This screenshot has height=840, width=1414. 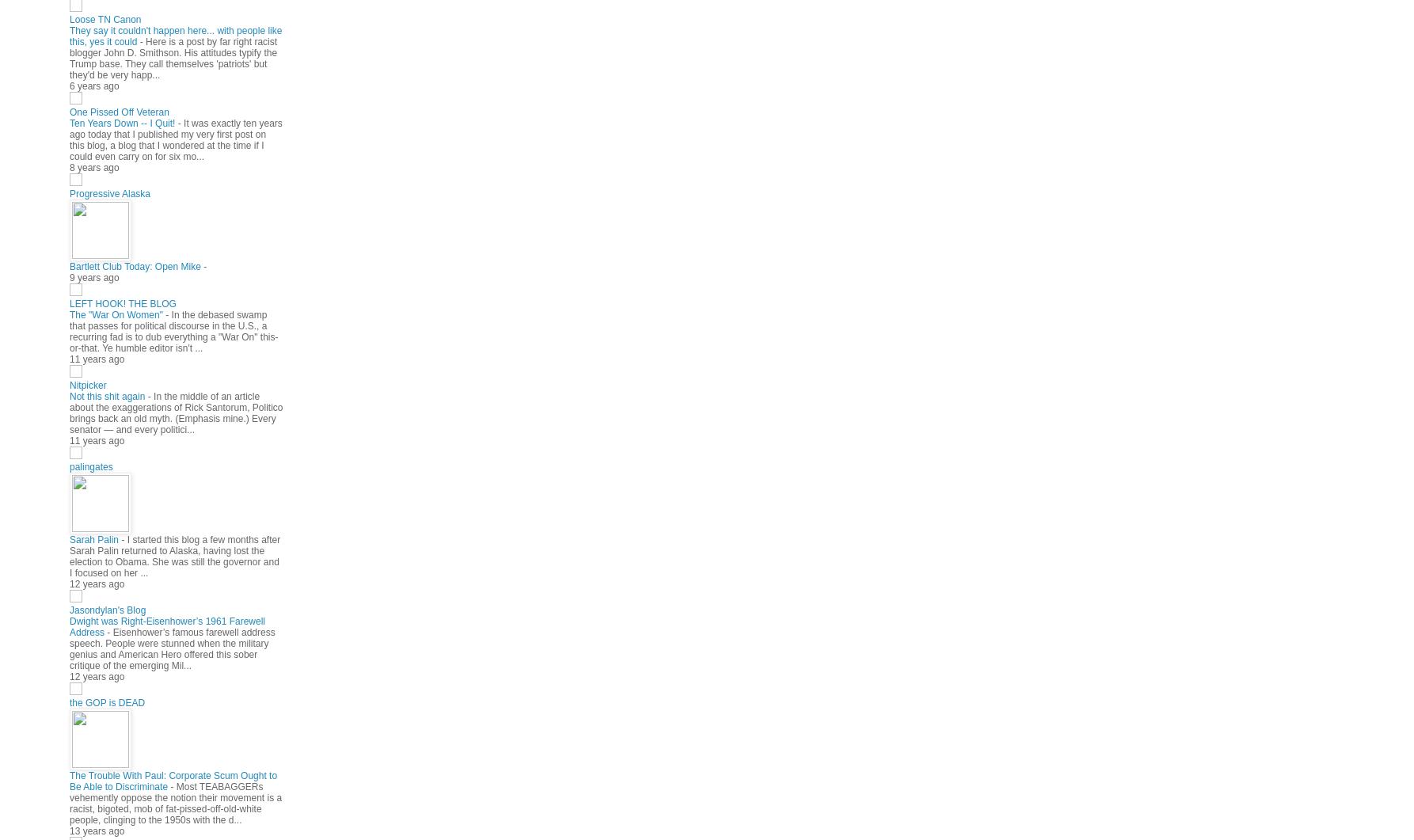 What do you see at coordinates (174, 35) in the screenshot?
I see `'They say it couldn't happen here... with people like this, yes it could'` at bounding box center [174, 35].